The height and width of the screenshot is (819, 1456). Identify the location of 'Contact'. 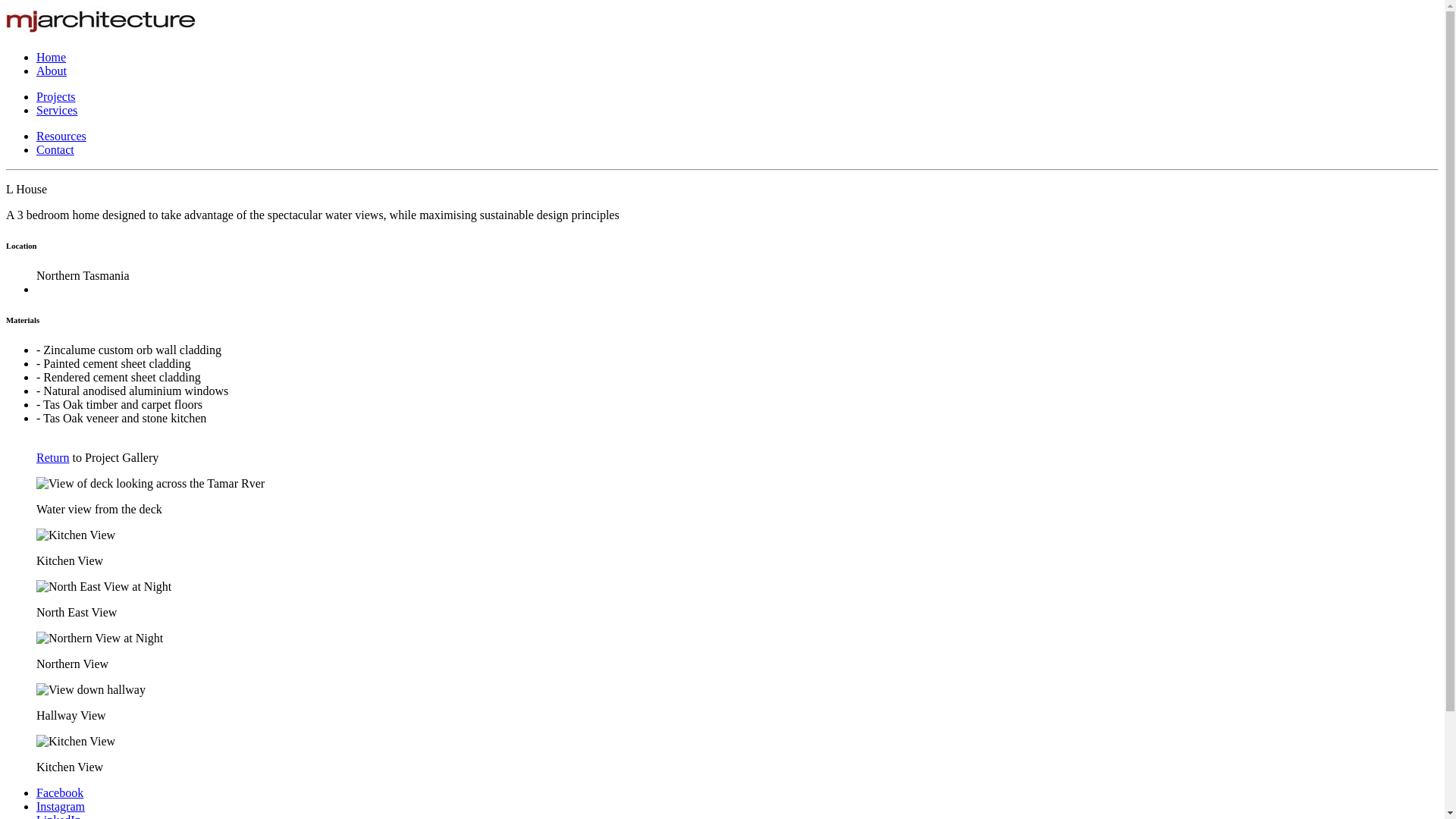
(55, 149).